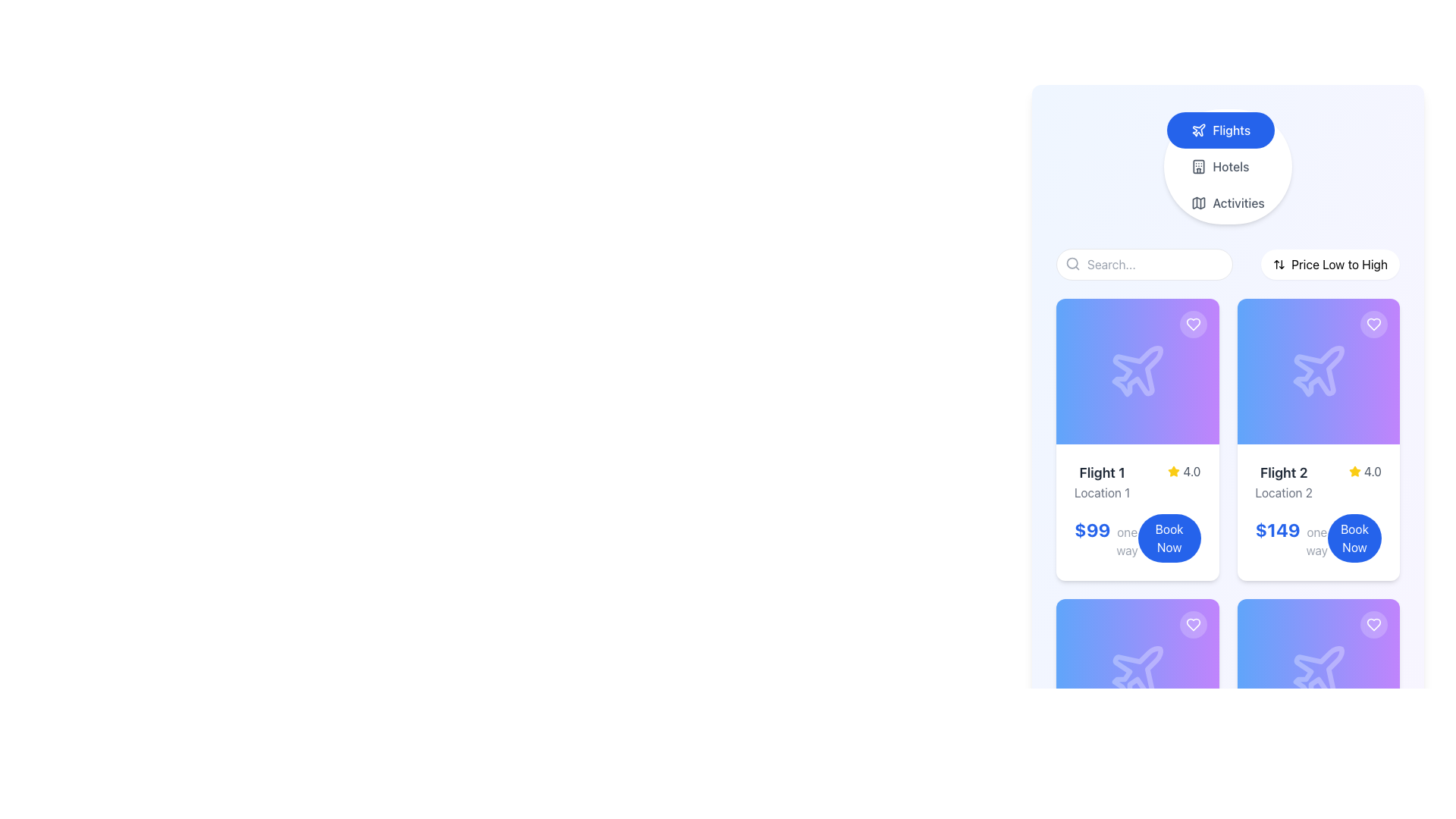 This screenshot has height=819, width=1456. Describe the element at coordinates (1106, 537) in the screenshot. I see `the text display that shows the price '$99' and the description 'one way', which is located within the card component in the first row of the grid layout` at that location.